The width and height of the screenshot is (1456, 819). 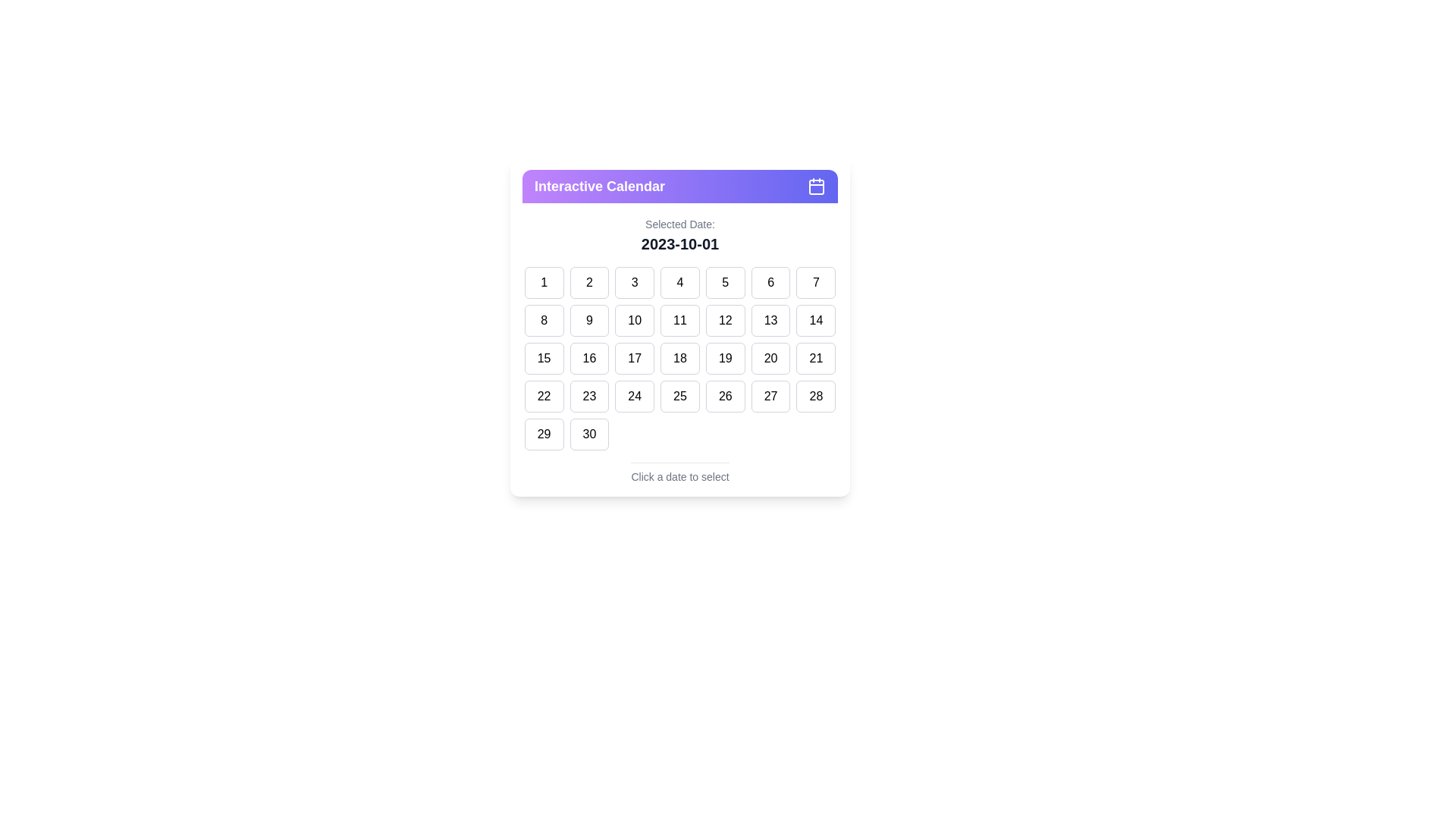 I want to click on the button representing the sixth day (2023-10-06) in the Interactive Calendar to trigger a hover effect, so click(x=770, y=283).